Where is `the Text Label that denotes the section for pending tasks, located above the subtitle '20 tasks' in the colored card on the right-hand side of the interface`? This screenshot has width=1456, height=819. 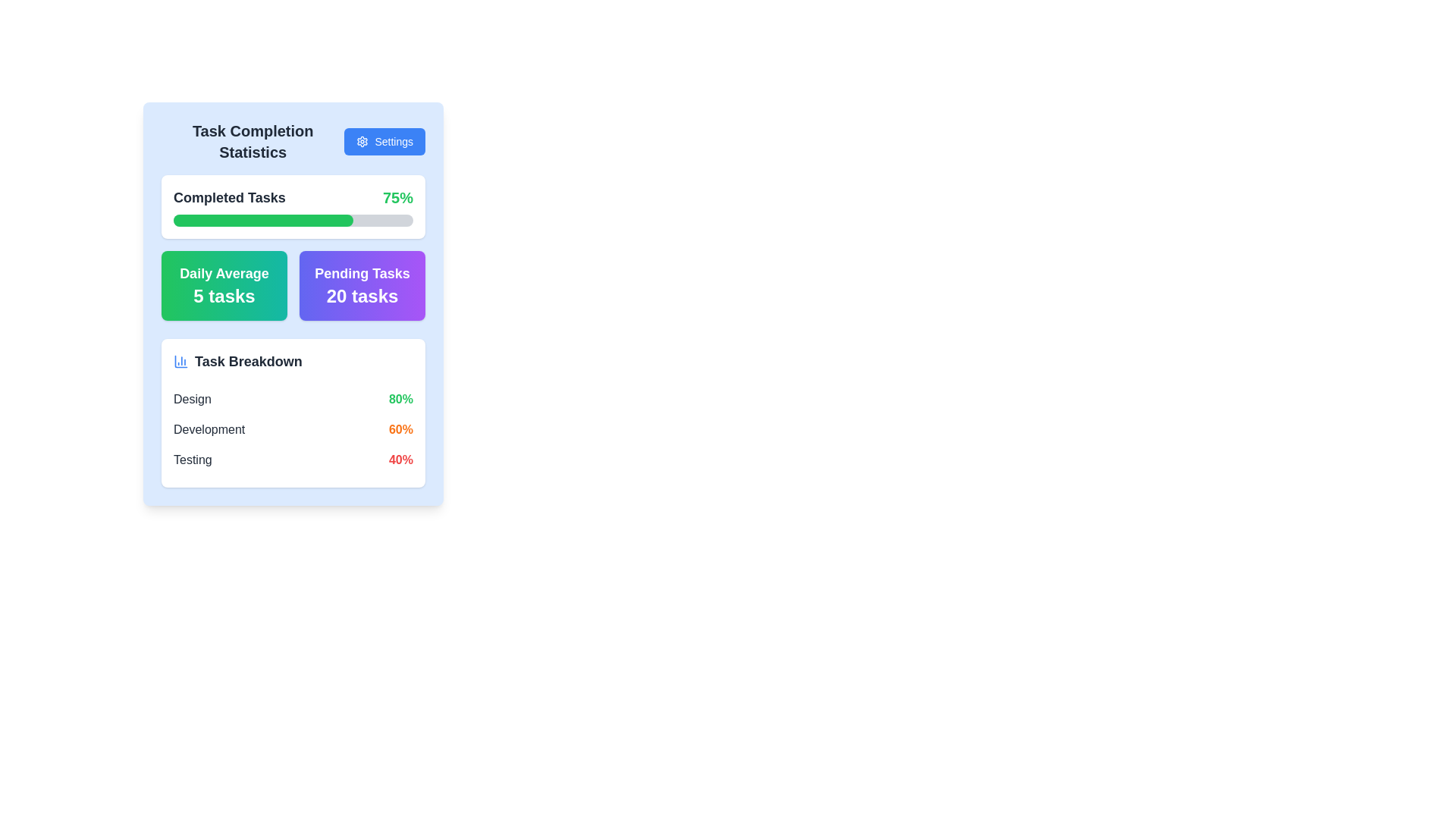 the Text Label that denotes the section for pending tasks, located above the subtitle '20 tasks' in the colored card on the right-hand side of the interface is located at coordinates (362, 274).